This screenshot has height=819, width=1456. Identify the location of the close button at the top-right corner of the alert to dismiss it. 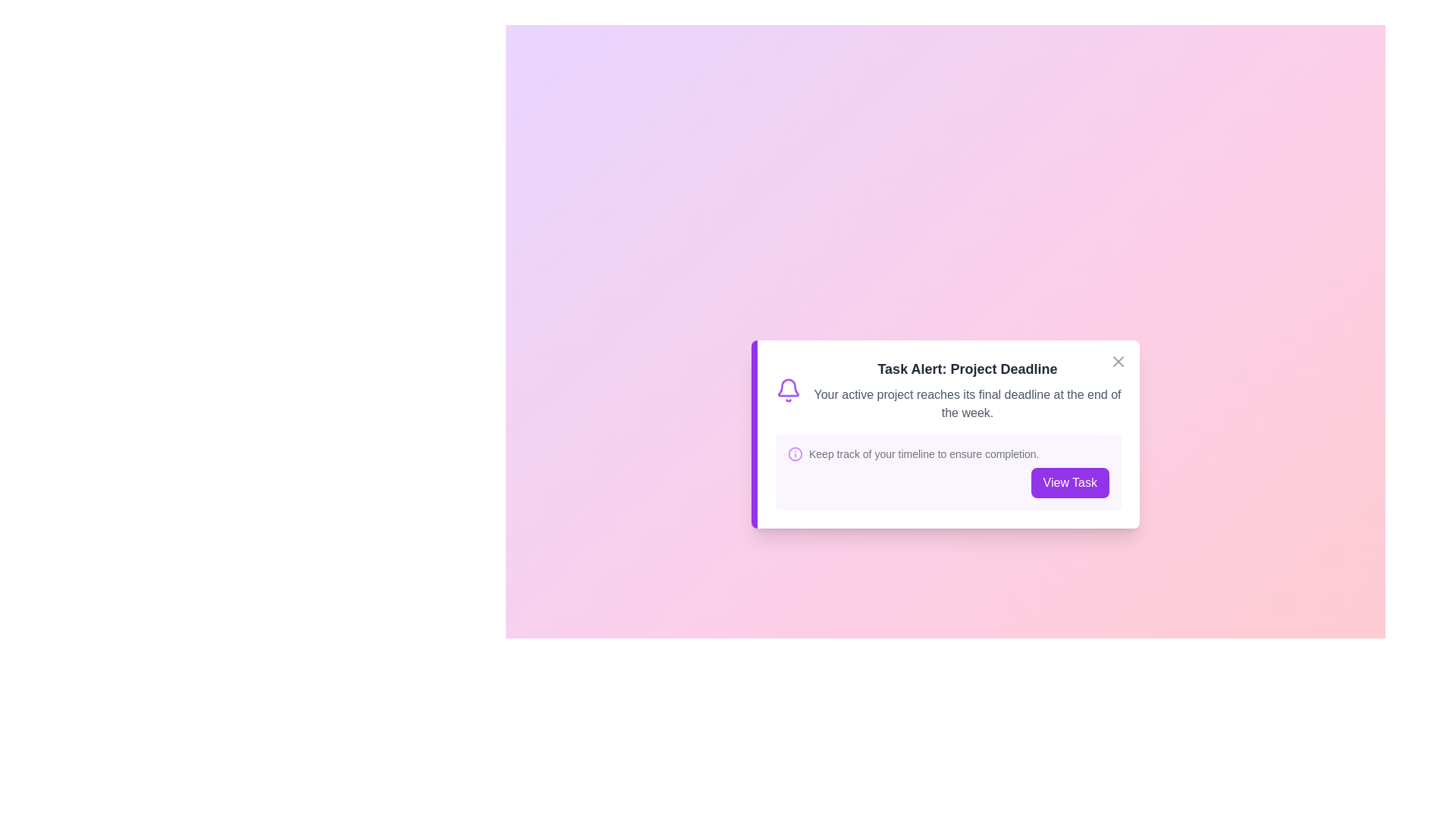
(1118, 362).